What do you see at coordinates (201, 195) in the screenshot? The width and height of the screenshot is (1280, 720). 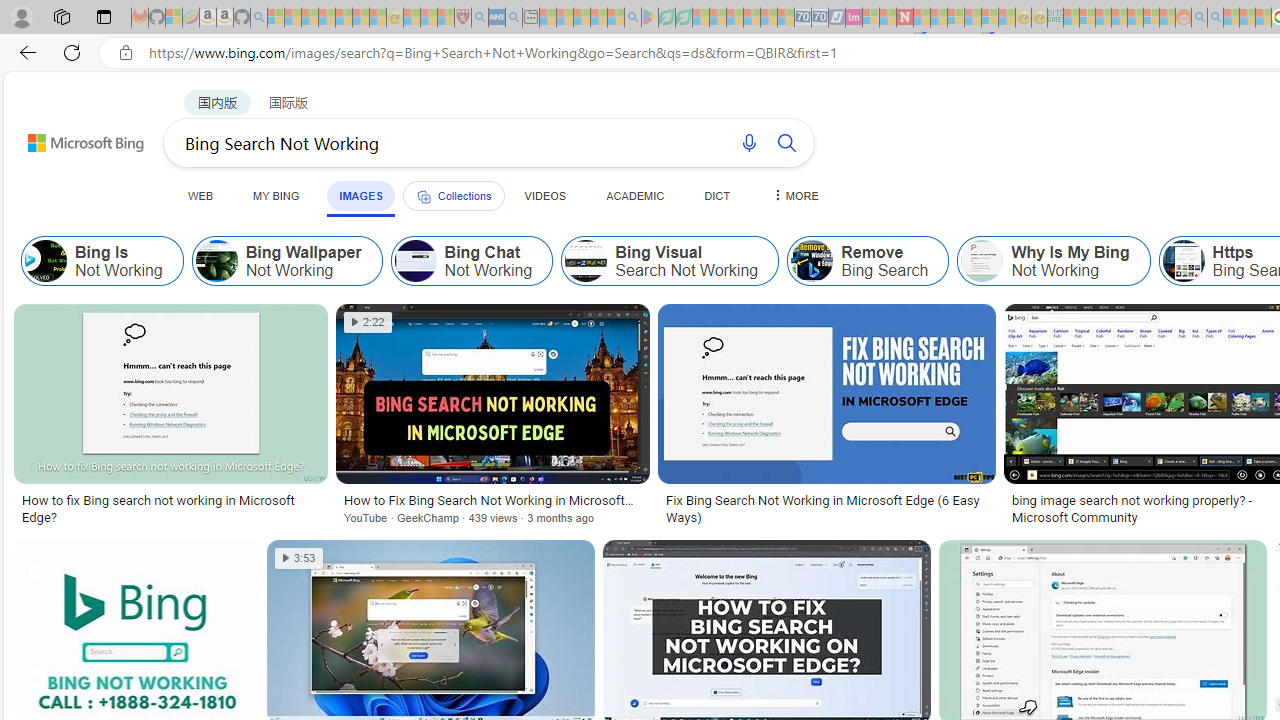 I see `'WEB'` at bounding box center [201, 195].